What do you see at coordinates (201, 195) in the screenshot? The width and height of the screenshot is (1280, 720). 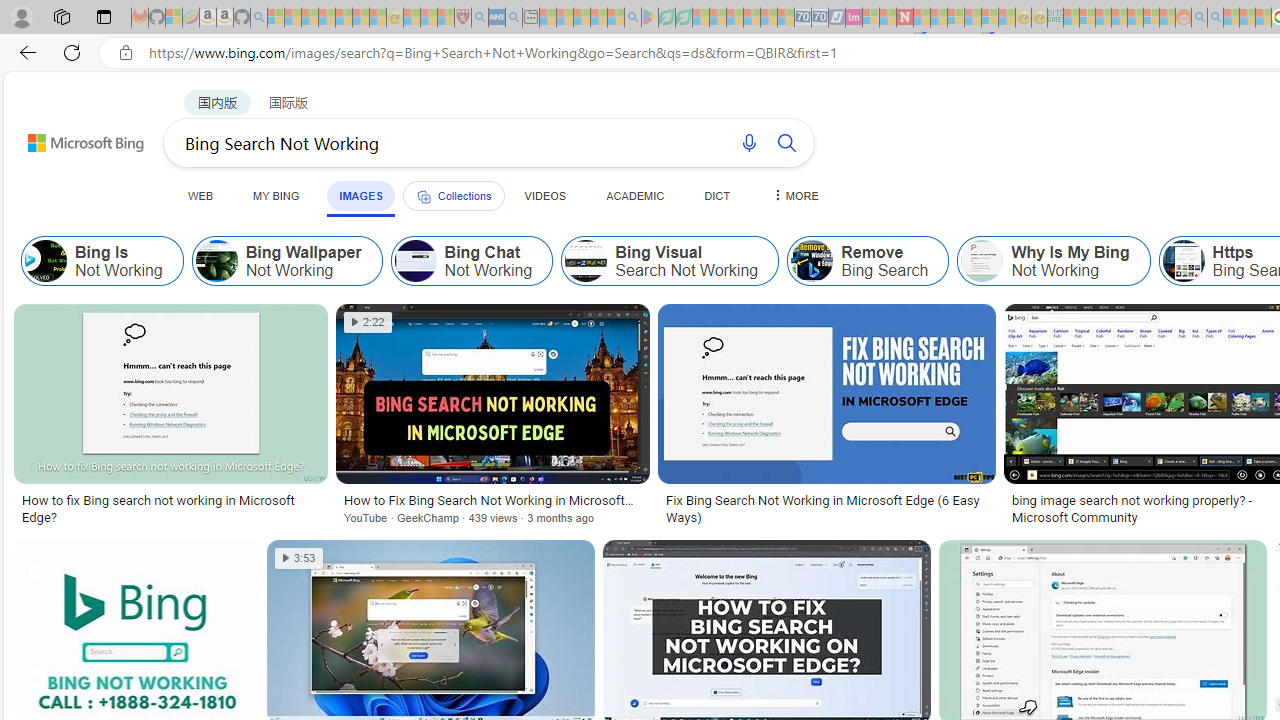 I see `'WEB'` at bounding box center [201, 195].